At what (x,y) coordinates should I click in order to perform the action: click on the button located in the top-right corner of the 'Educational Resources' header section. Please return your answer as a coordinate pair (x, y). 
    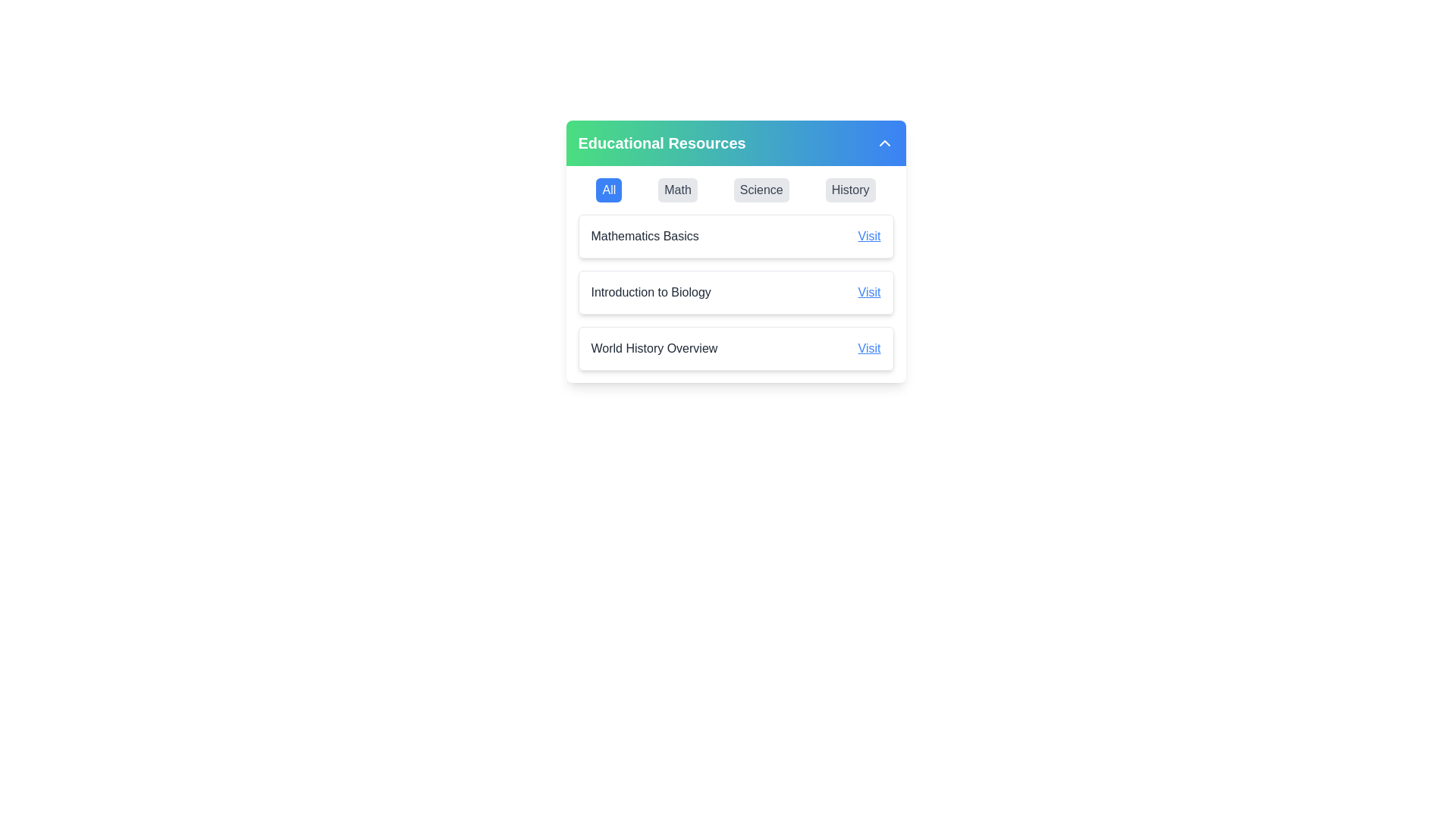
    Looking at the image, I should click on (884, 143).